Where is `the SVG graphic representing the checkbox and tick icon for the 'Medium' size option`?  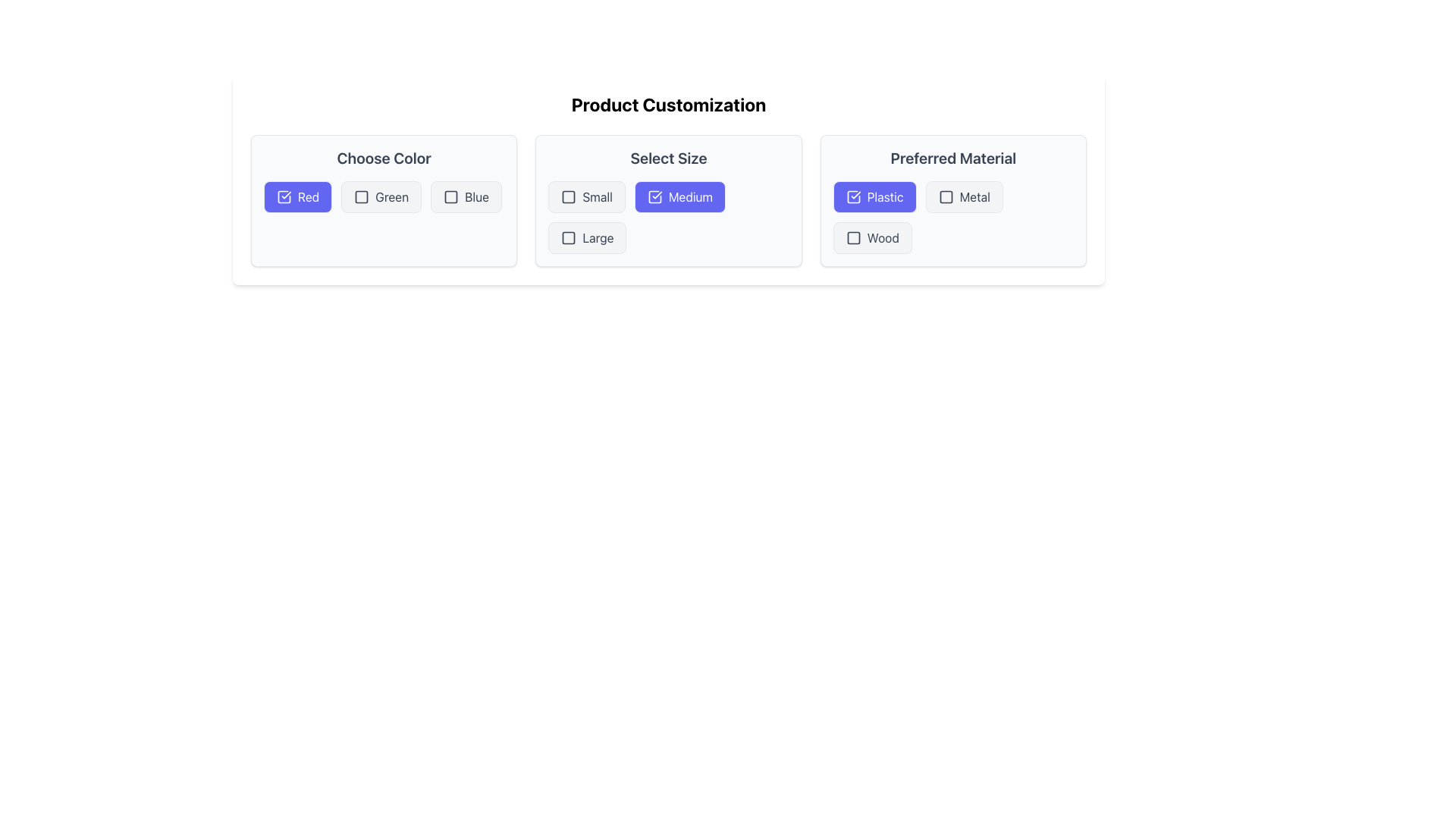 the SVG graphic representing the checkbox and tick icon for the 'Medium' size option is located at coordinates (654, 196).